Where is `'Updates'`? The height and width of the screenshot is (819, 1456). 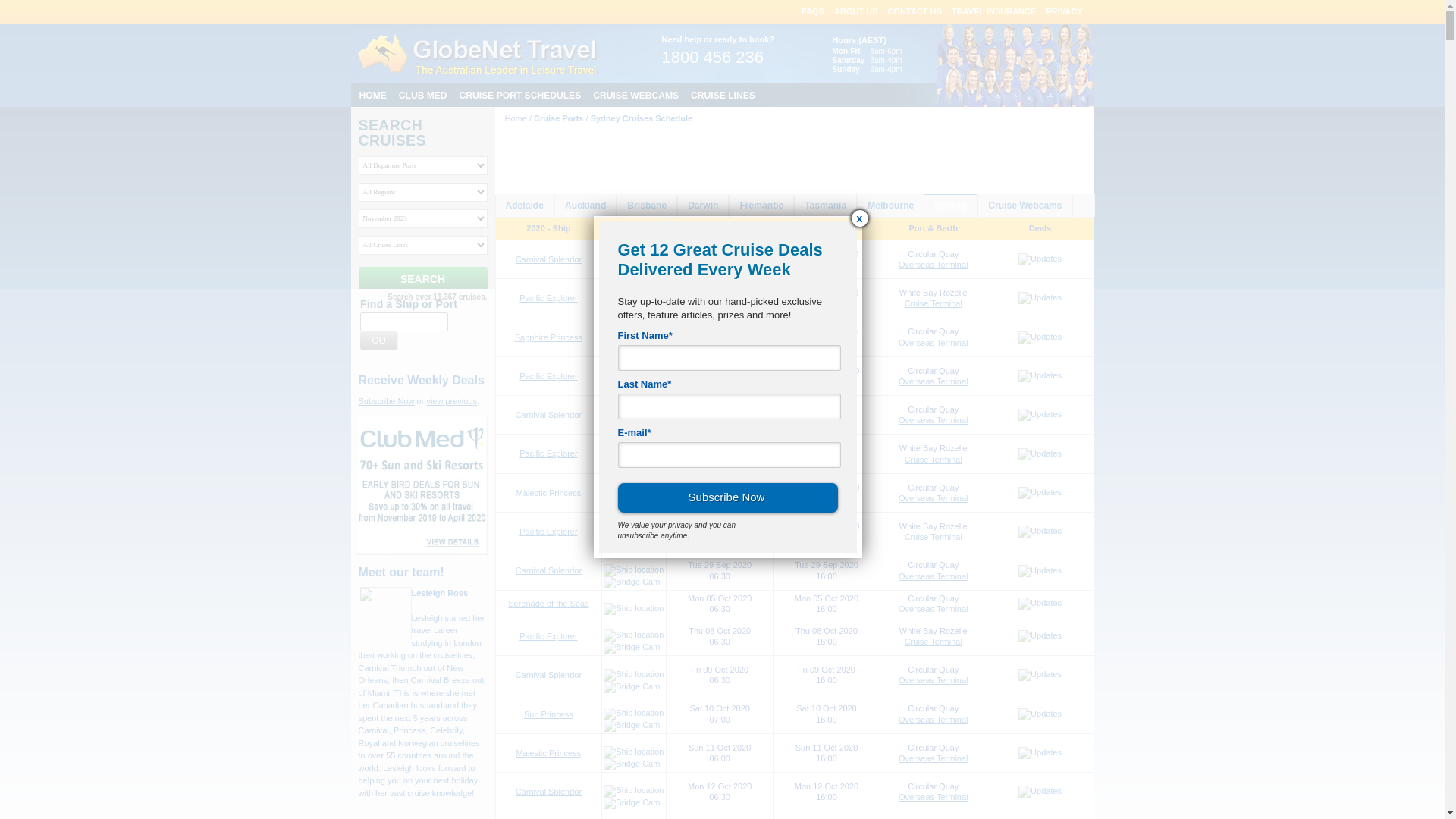 'Updates' is located at coordinates (1039, 336).